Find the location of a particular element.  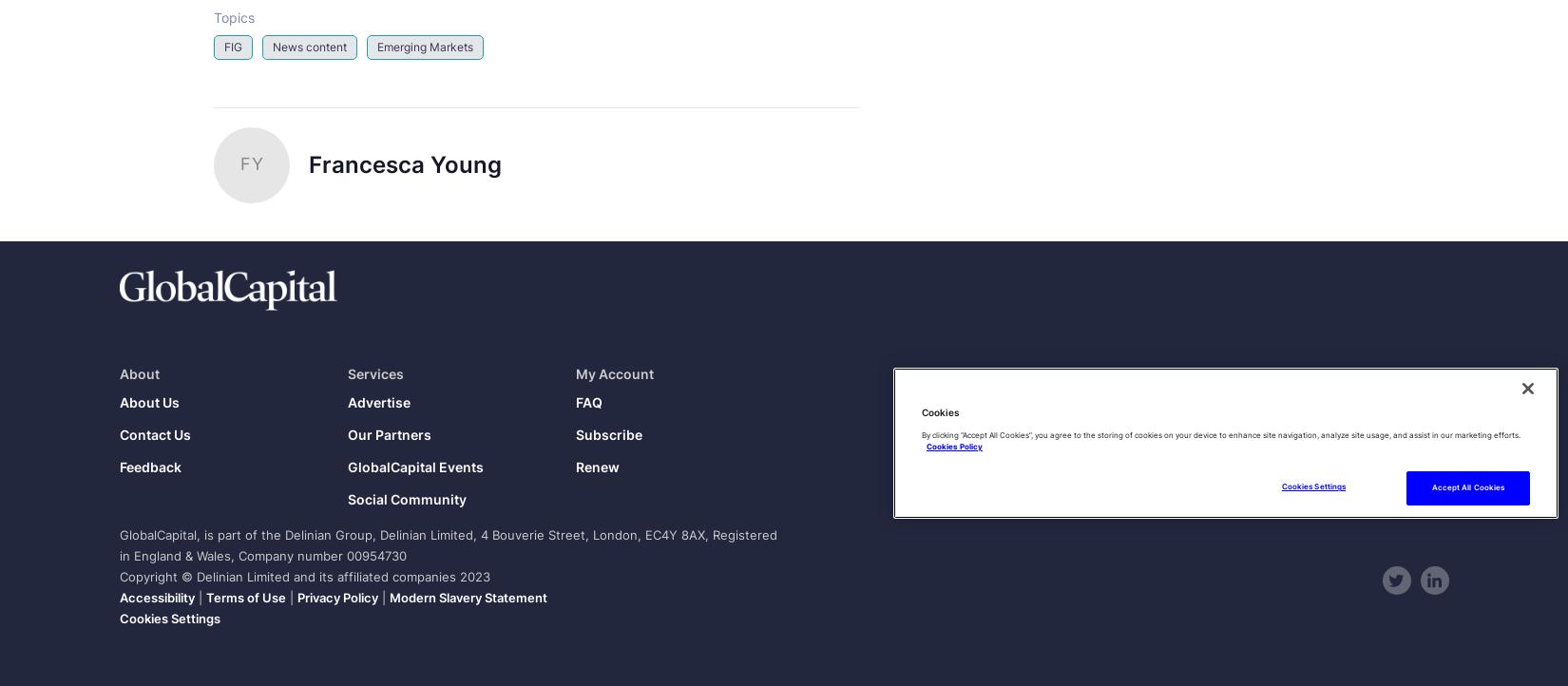

'FIG' is located at coordinates (233, 46).